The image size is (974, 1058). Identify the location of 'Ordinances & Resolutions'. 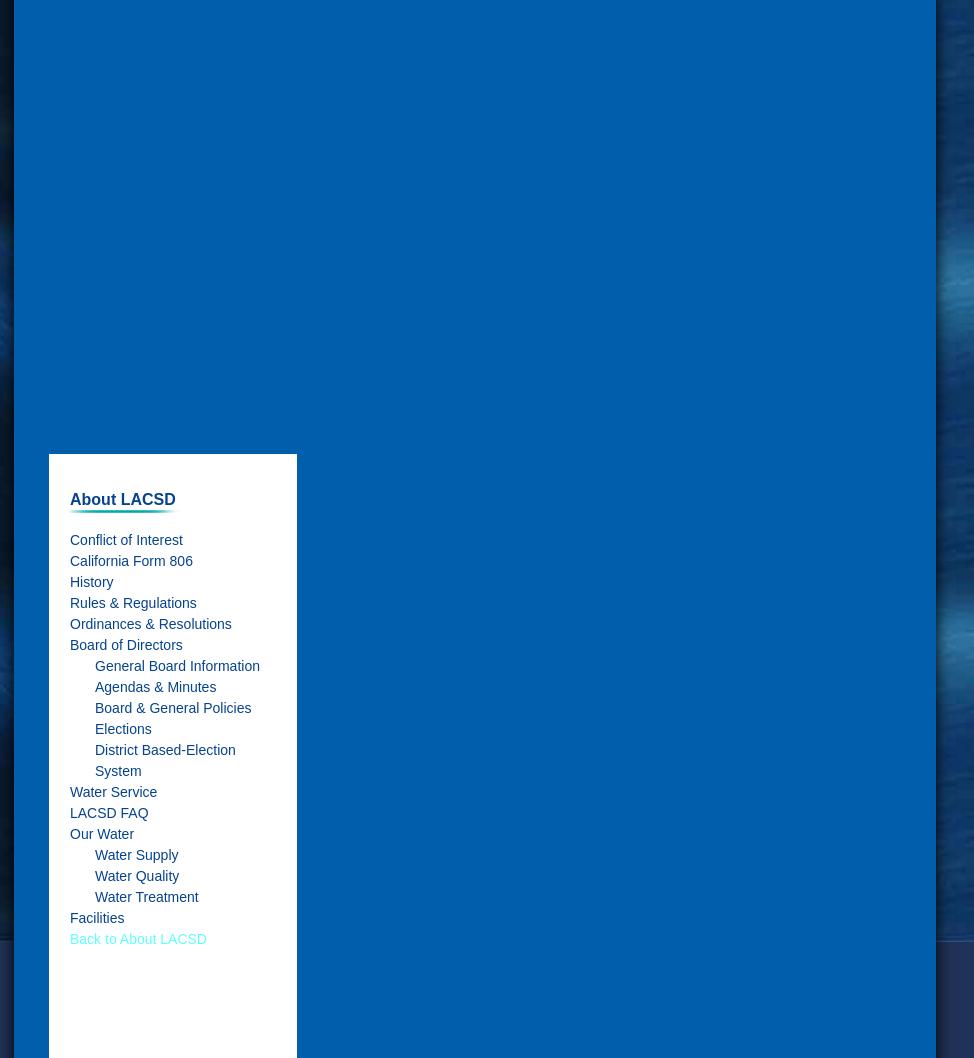
(149, 621).